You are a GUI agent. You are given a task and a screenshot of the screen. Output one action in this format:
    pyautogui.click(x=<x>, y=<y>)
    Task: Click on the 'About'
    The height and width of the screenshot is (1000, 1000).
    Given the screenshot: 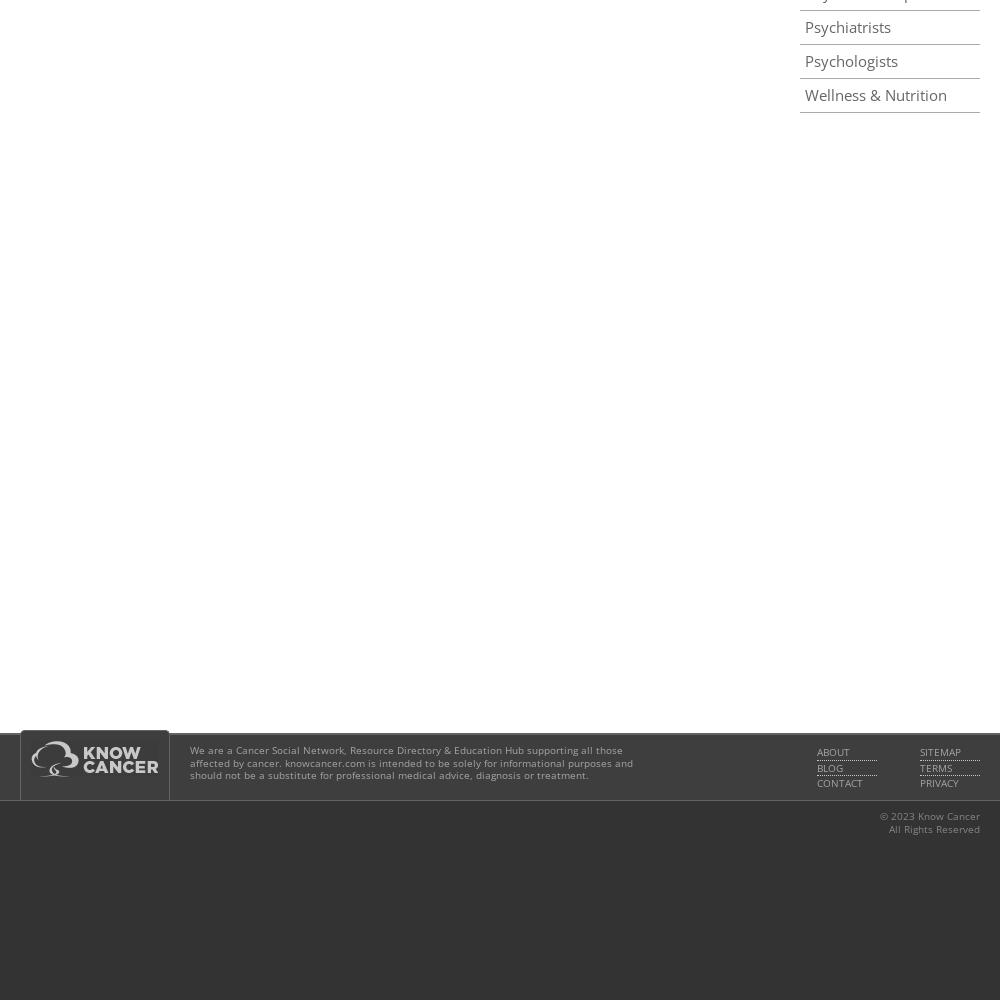 What is the action you would take?
    pyautogui.click(x=816, y=752)
    